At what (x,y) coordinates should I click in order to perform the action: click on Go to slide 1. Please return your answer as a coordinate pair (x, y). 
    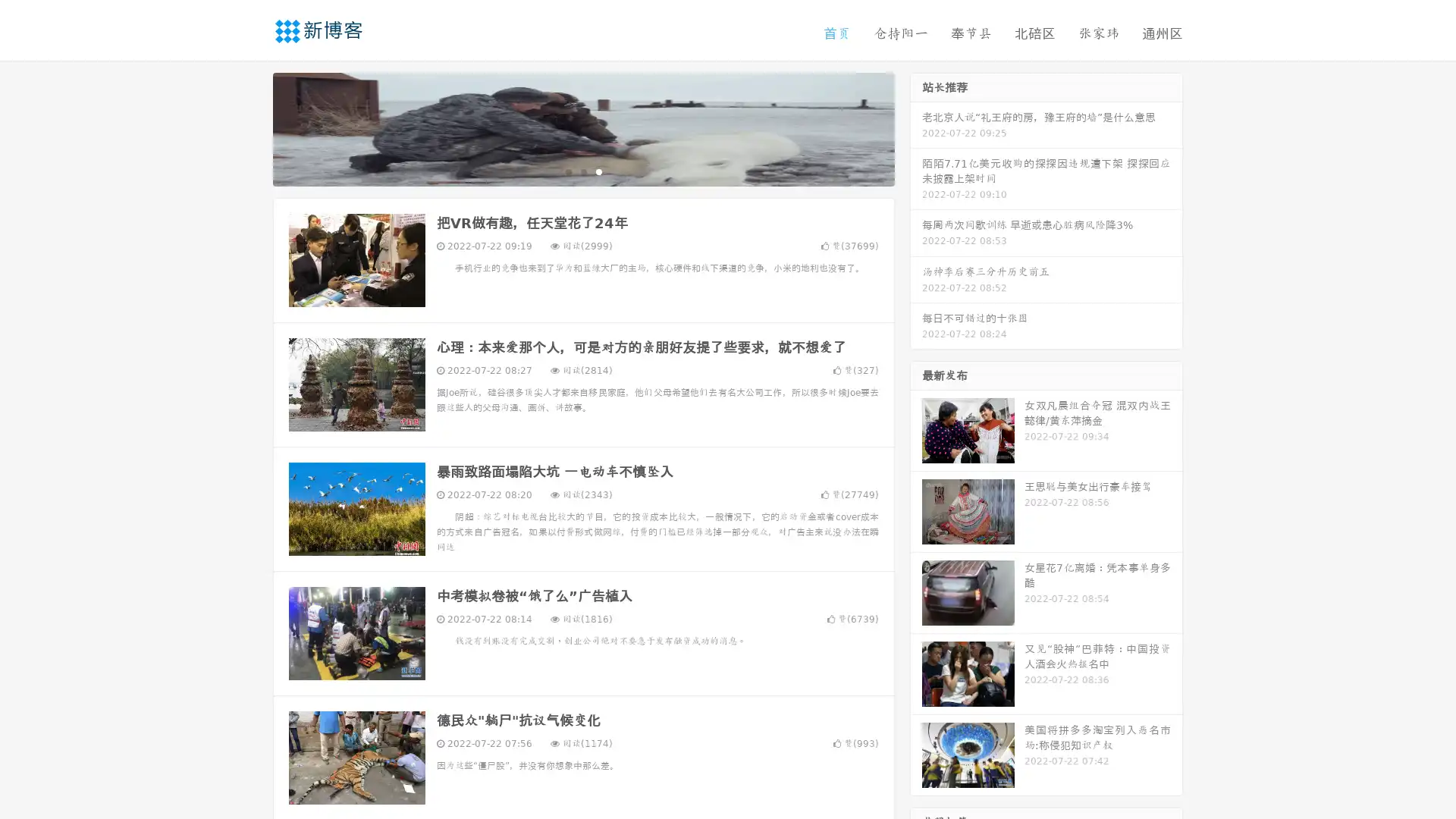
    Looking at the image, I should click on (567, 171).